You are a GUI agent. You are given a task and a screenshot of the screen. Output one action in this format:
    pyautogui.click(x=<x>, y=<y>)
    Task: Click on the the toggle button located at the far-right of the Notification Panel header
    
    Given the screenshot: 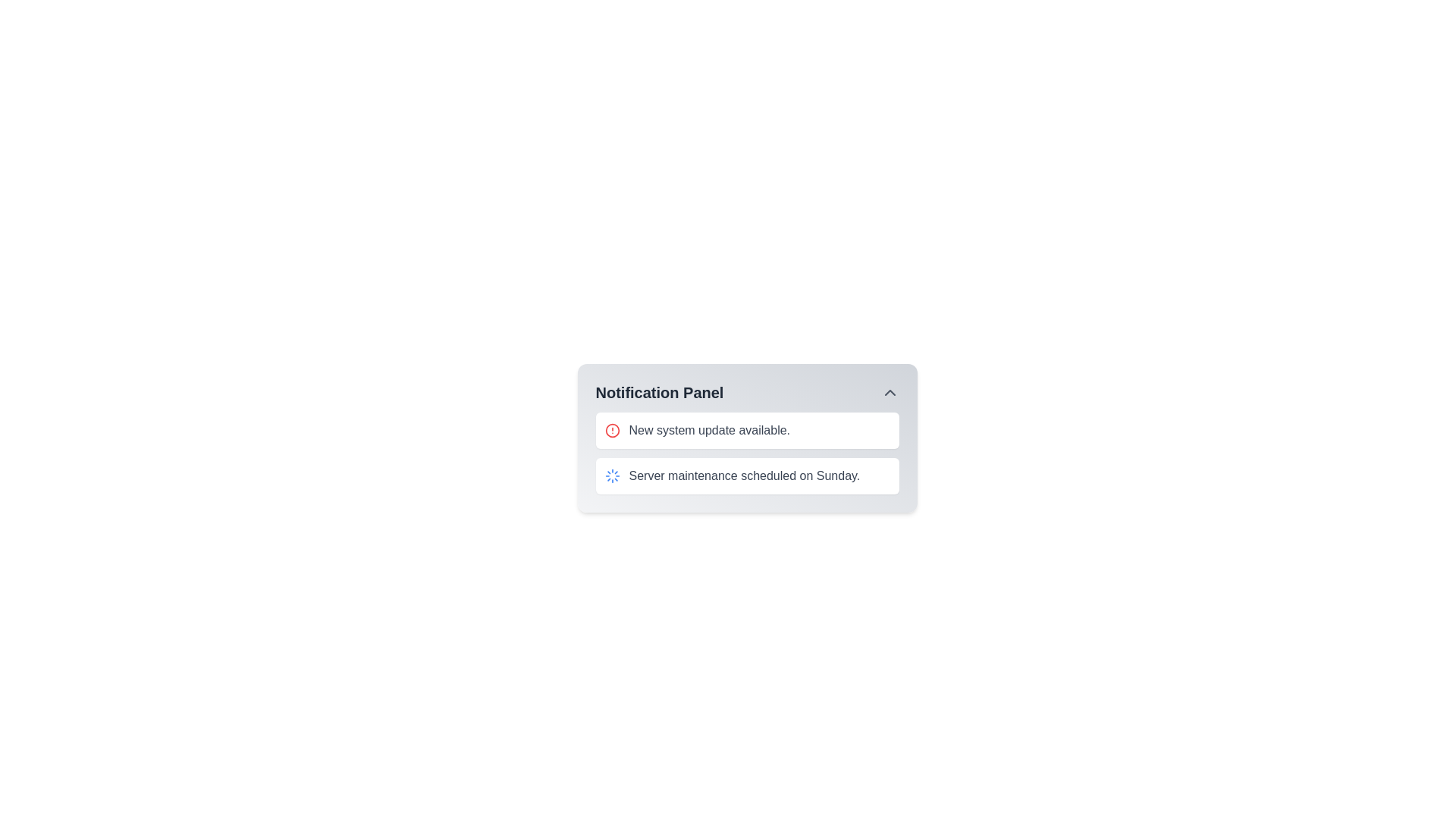 What is the action you would take?
    pyautogui.click(x=890, y=391)
    